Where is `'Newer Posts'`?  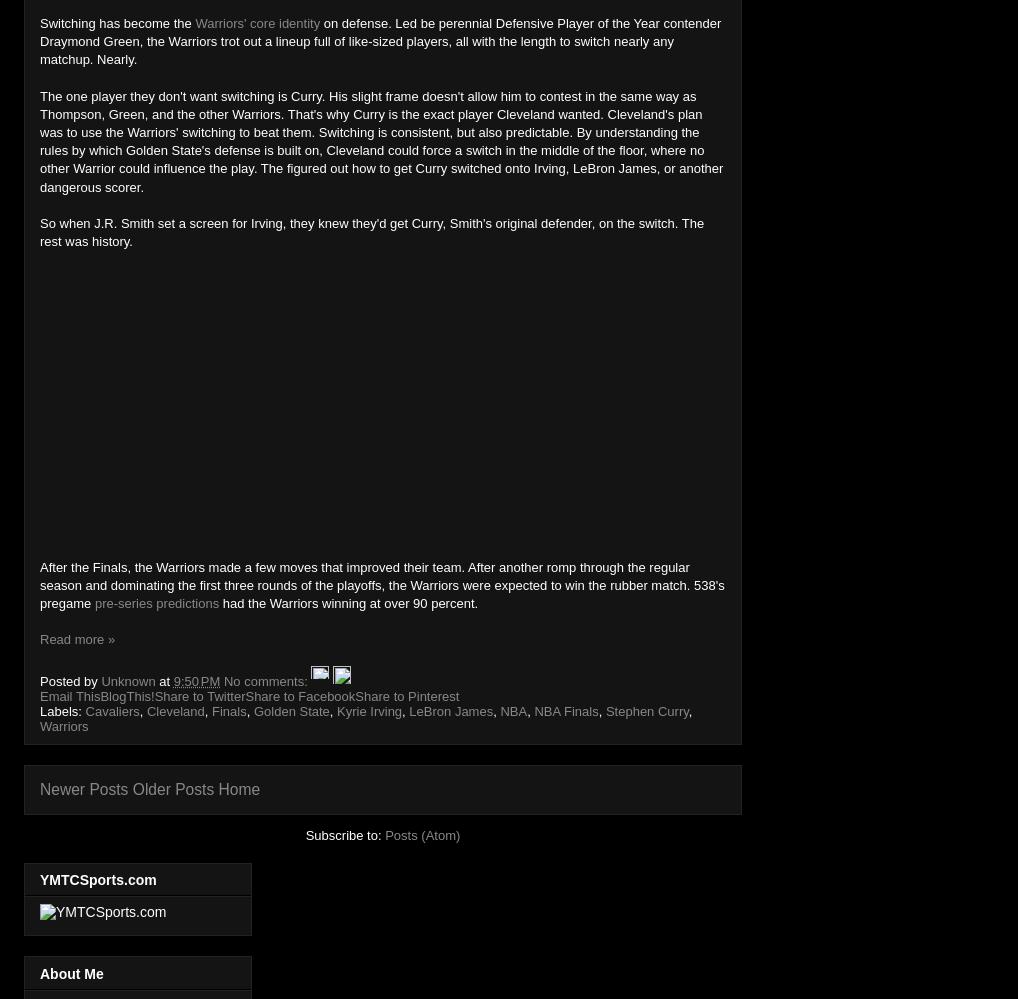
'Newer Posts' is located at coordinates (83, 789).